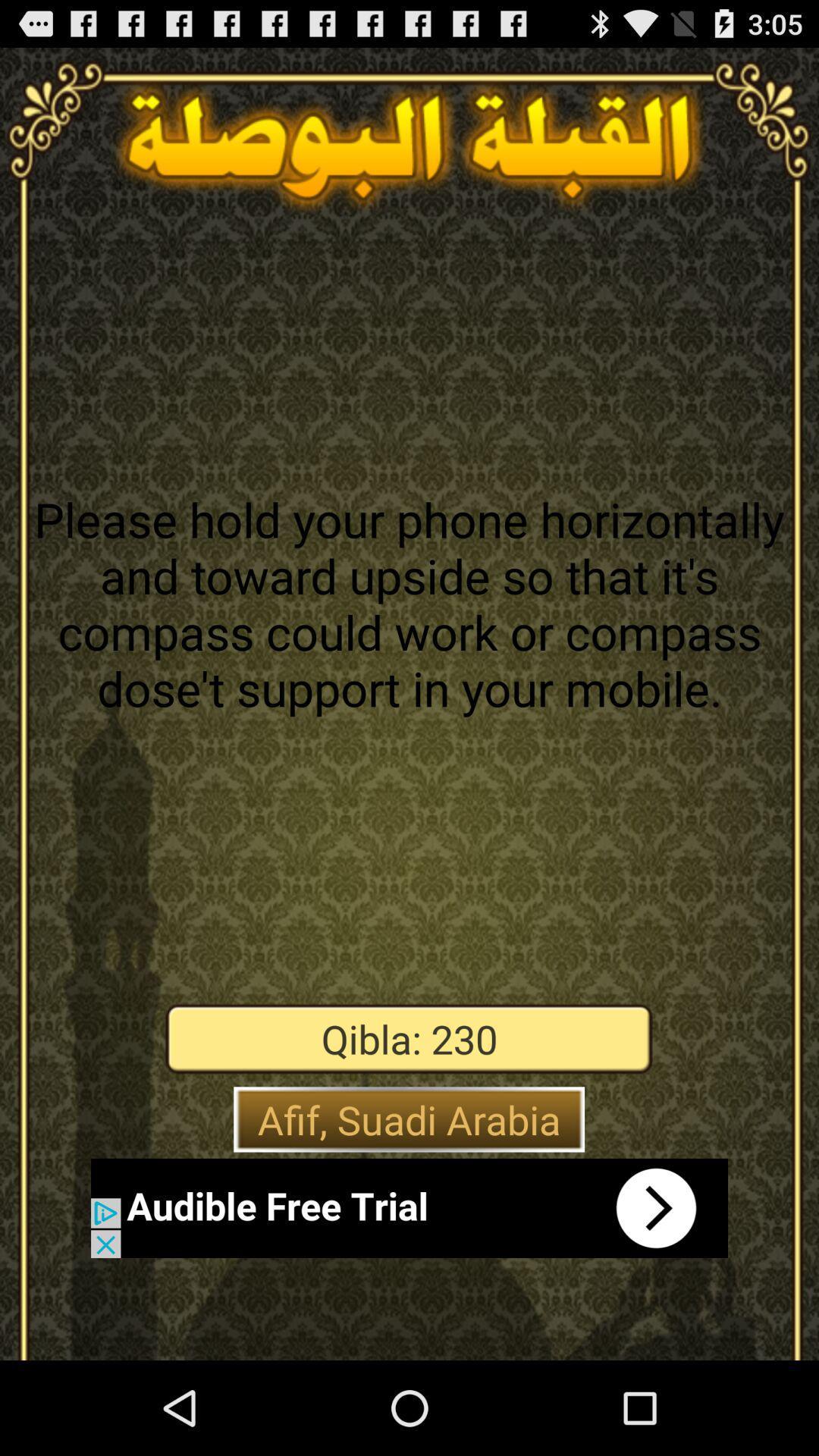 The image size is (819, 1456). What do you see at coordinates (409, 1207) in the screenshot?
I see `open the app store page` at bounding box center [409, 1207].